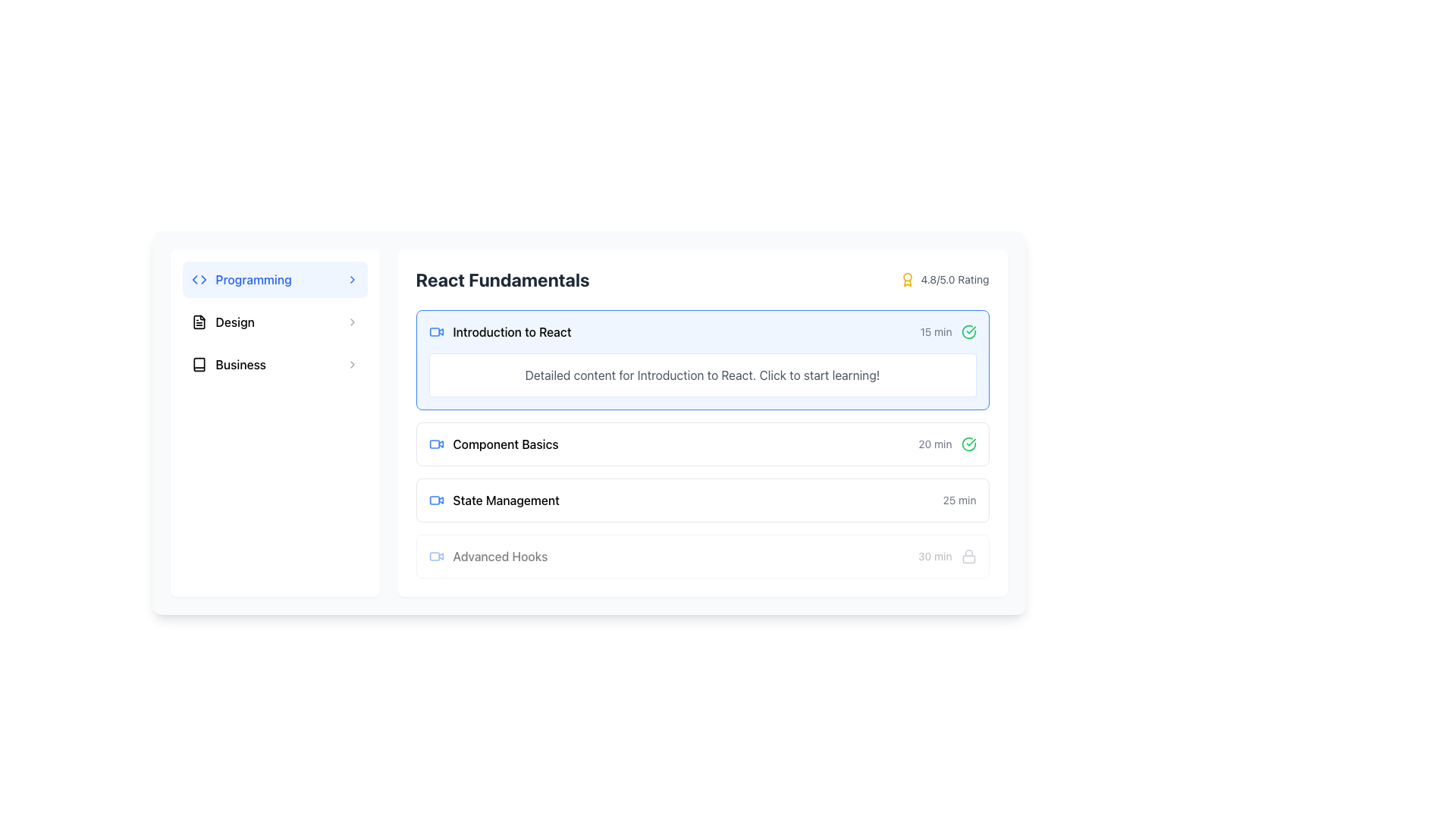 The width and height of the screenshot is (1456, 819). What do you see at coordinates (500, 556) in the screenshot?
I see `the 'Advanced Hooks' text label` at bounding box center [500, 556].